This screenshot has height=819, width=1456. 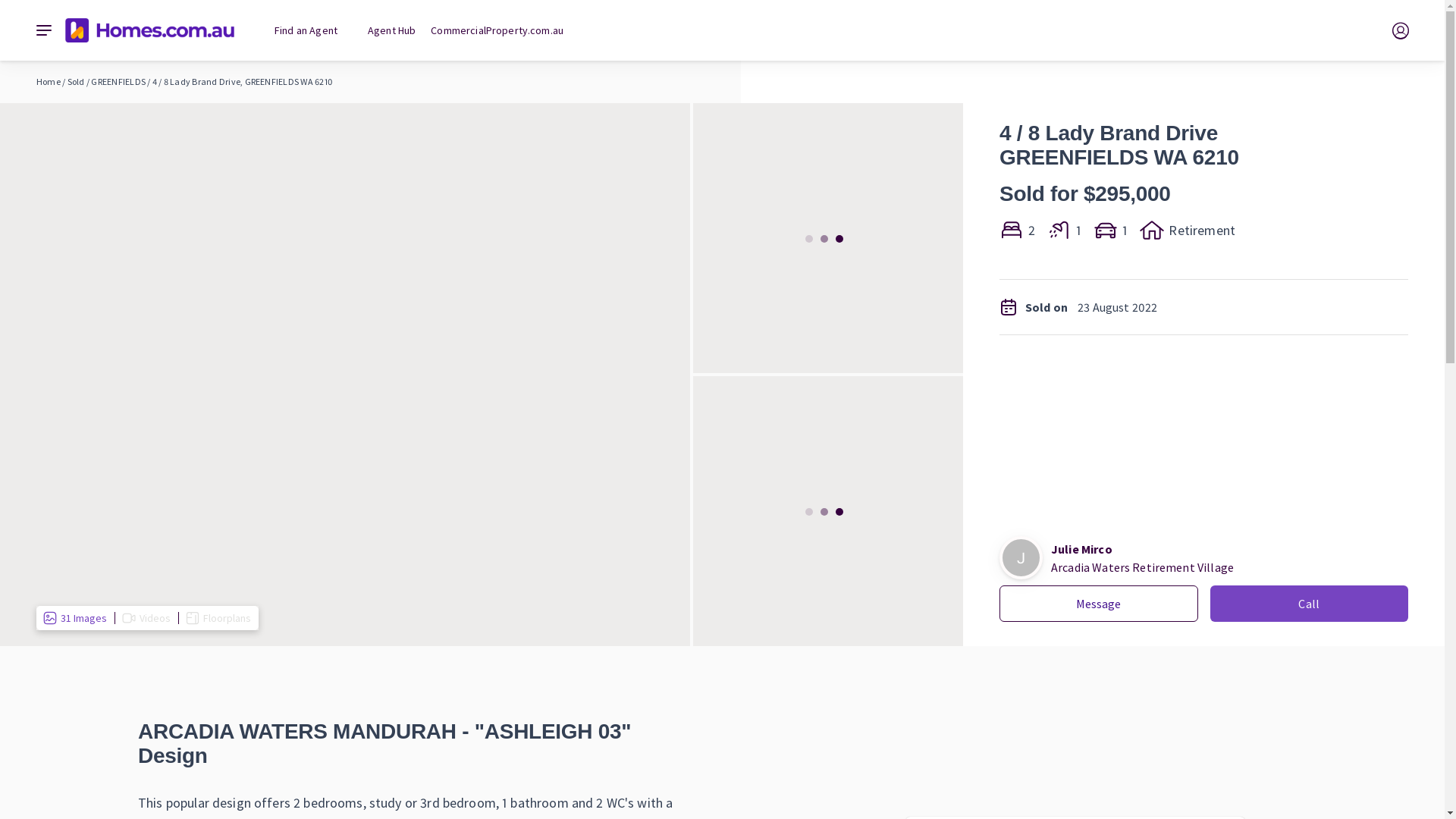 What do you see at coordinates (218, 617) in the screenshot?
I see `'Floorplans'` at bounding box center [218, 617].